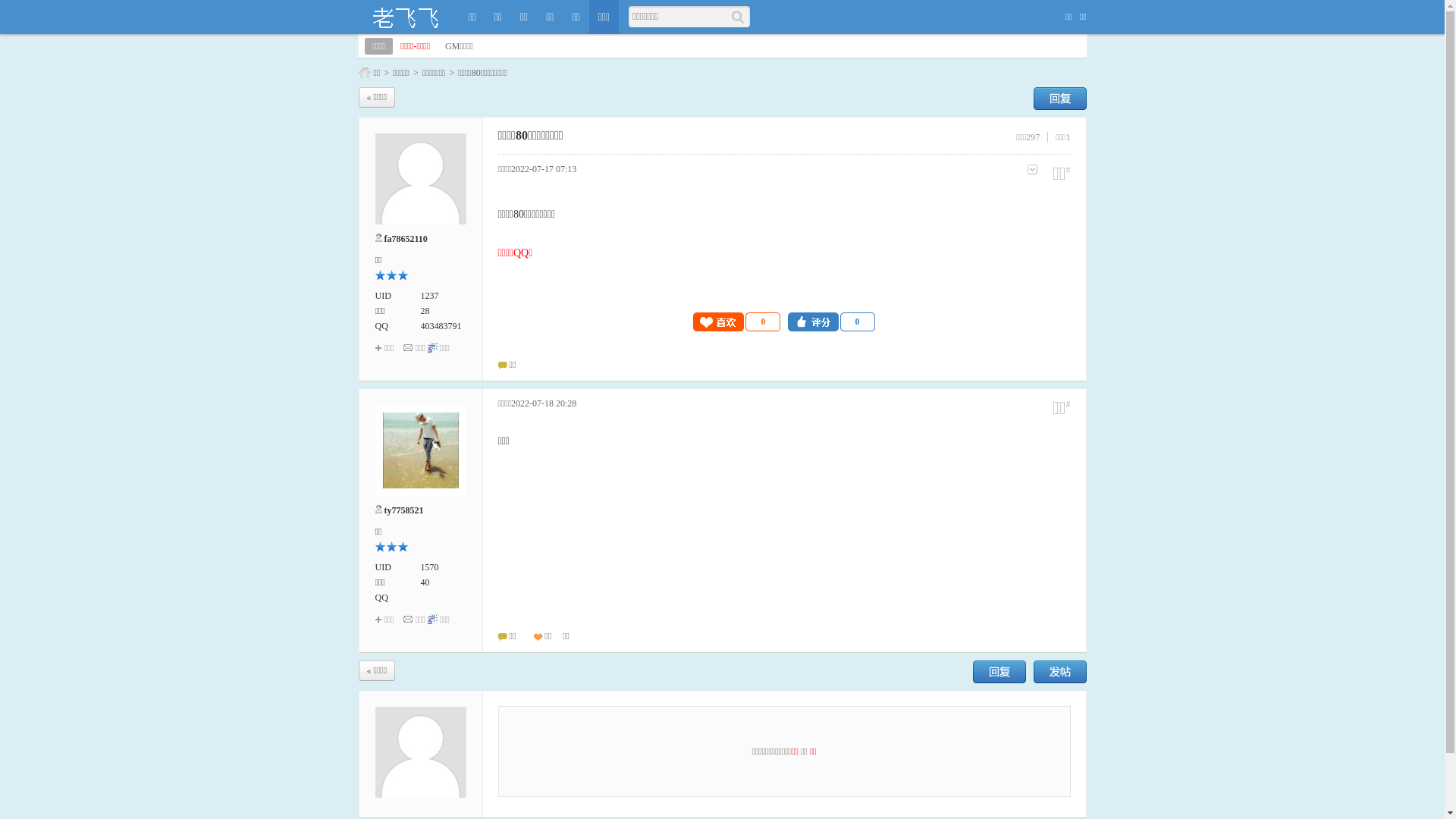  What do you see at coordinates (425, 581) in the screenshot?
I see `'40'` at bounding box center [425, 581].